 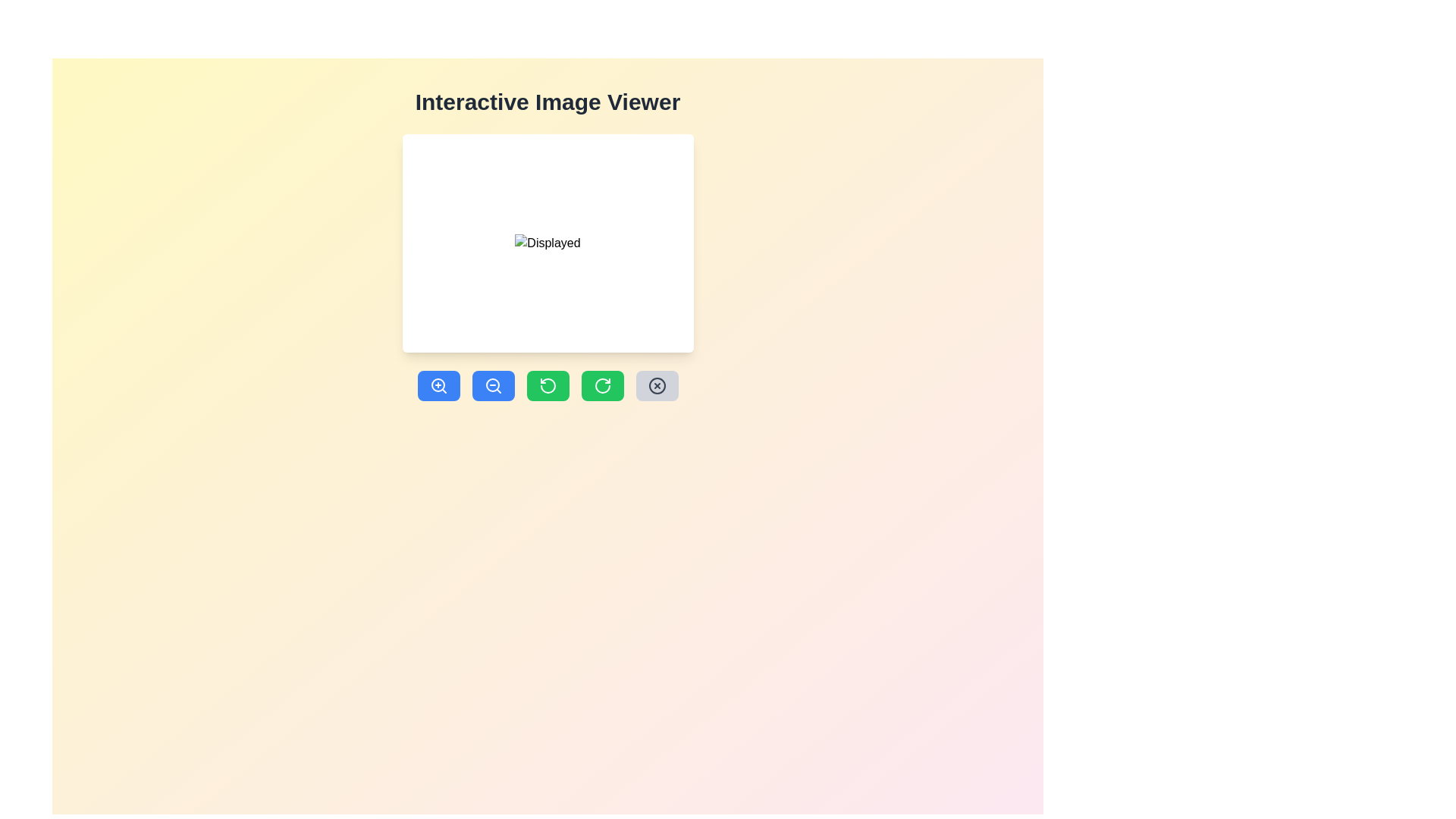 I want to click on the central circular part of the zoom-in icon located on the bottom-left of the button row beneath the image viewer, so click(x=437, y=384).